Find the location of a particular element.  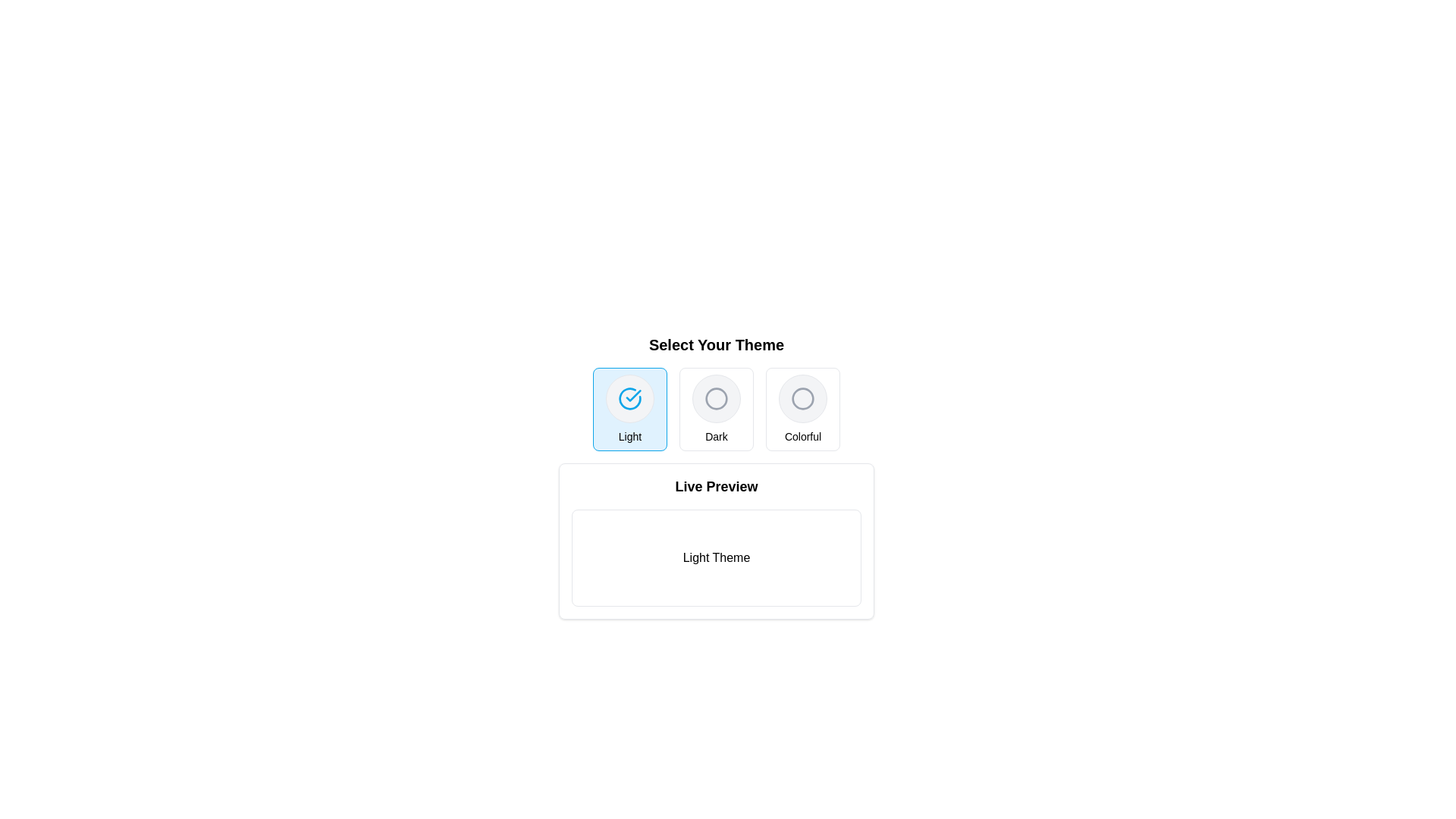

the circular checkmark icon indicating the active selection for the 'Light' theme option in the 'Select Your Theme' section is located at coordinates (629, 397).